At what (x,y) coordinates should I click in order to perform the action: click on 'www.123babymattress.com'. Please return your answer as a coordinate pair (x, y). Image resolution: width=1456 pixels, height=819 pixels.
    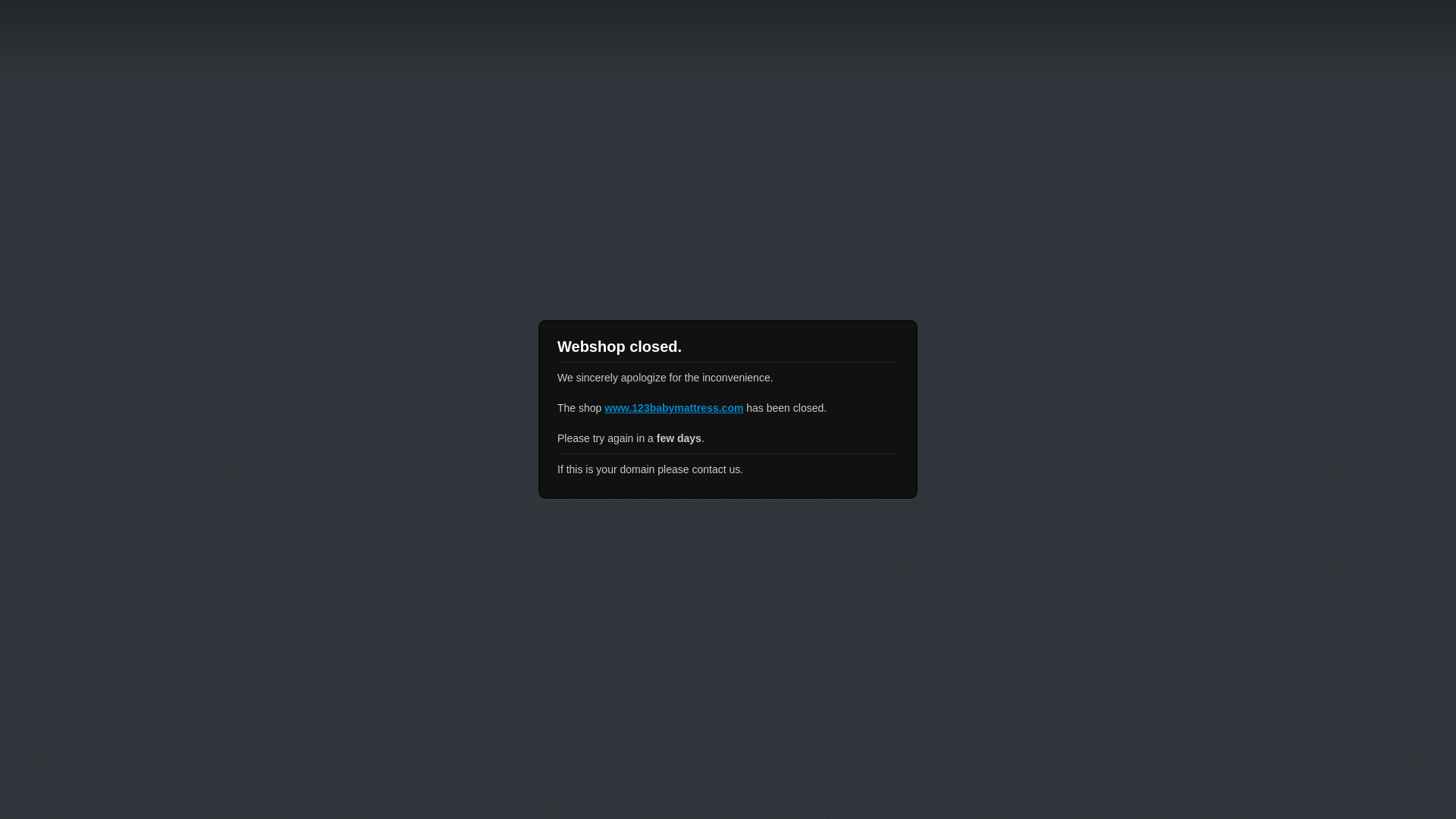
    Looking at the image, I should click on (673, 406).